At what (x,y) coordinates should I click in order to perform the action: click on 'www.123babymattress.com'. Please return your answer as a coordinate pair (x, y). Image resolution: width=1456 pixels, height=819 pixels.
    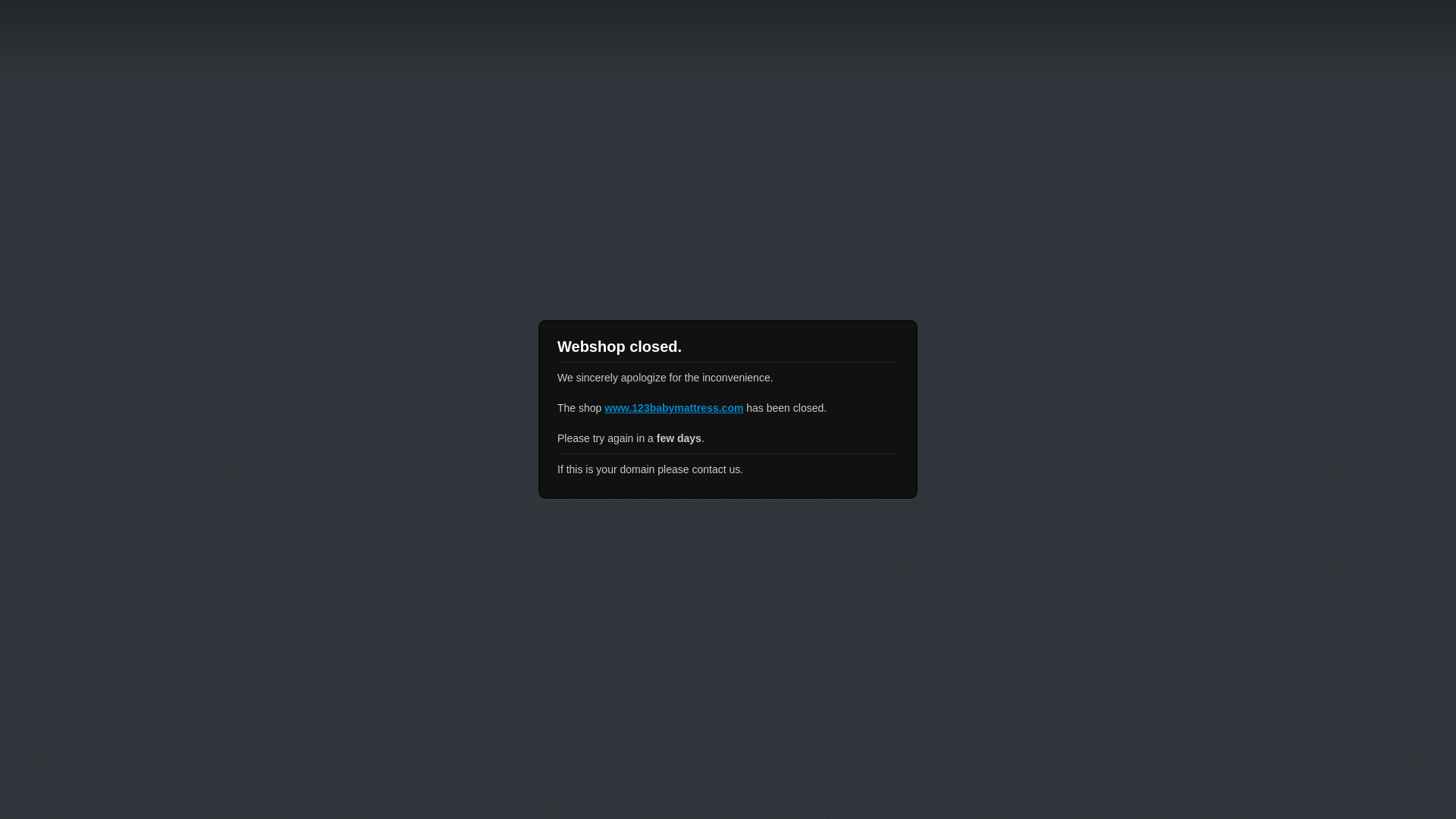
    Looking at the image, I should click on (673, 406).